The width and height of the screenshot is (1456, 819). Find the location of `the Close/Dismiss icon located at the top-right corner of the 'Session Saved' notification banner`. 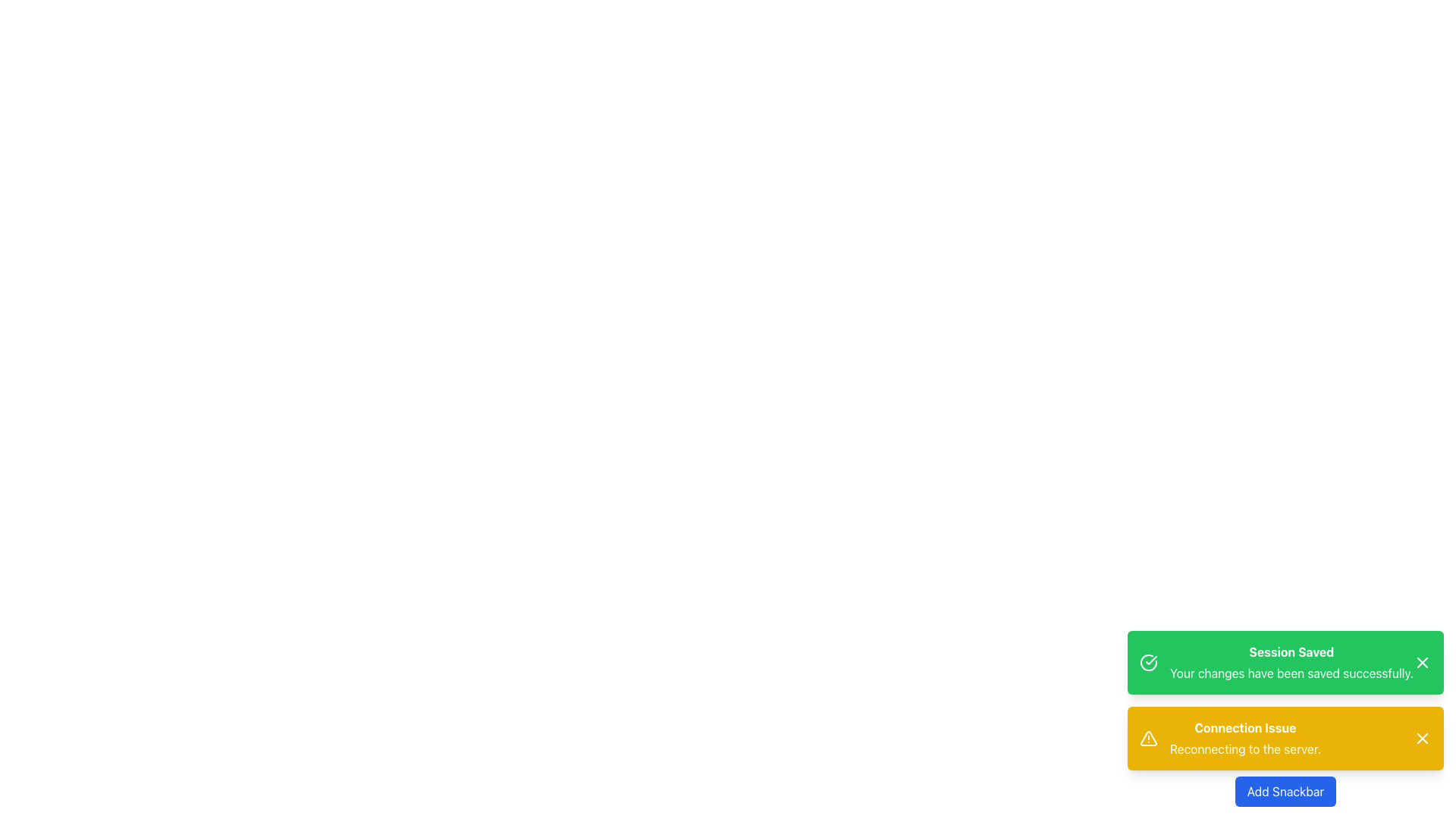

the Close/Dismiss icon located at the top-right corner of the 'Session Saved' notification banner is located at coordinates (1422, 662).